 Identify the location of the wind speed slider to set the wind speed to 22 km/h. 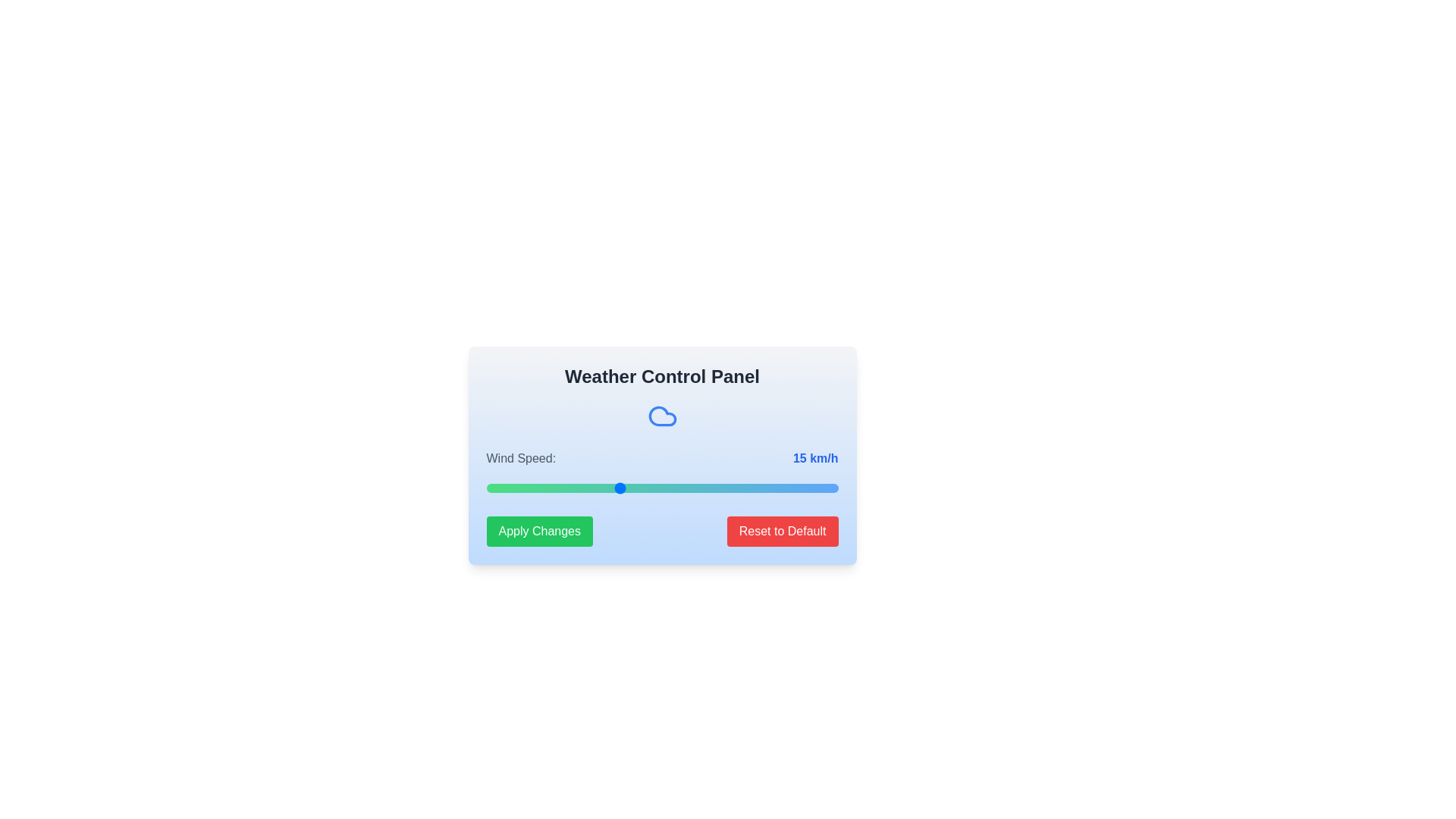
(679, 488).